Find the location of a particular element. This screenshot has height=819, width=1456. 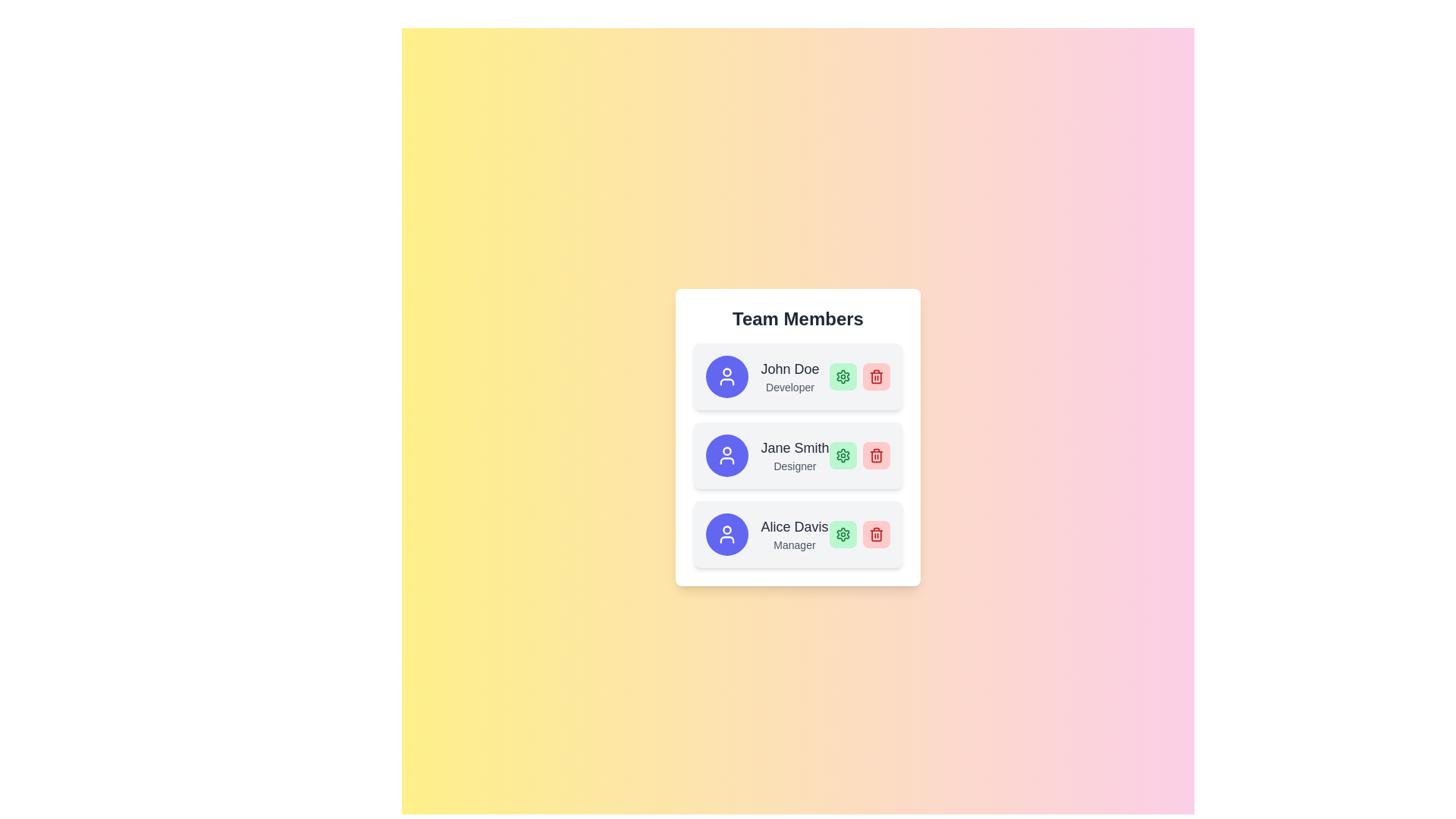

the circular avatar head element representing 'Alice Davis' within the profile icon in the 'Team Members' panel is located at coordinates (726, 529).